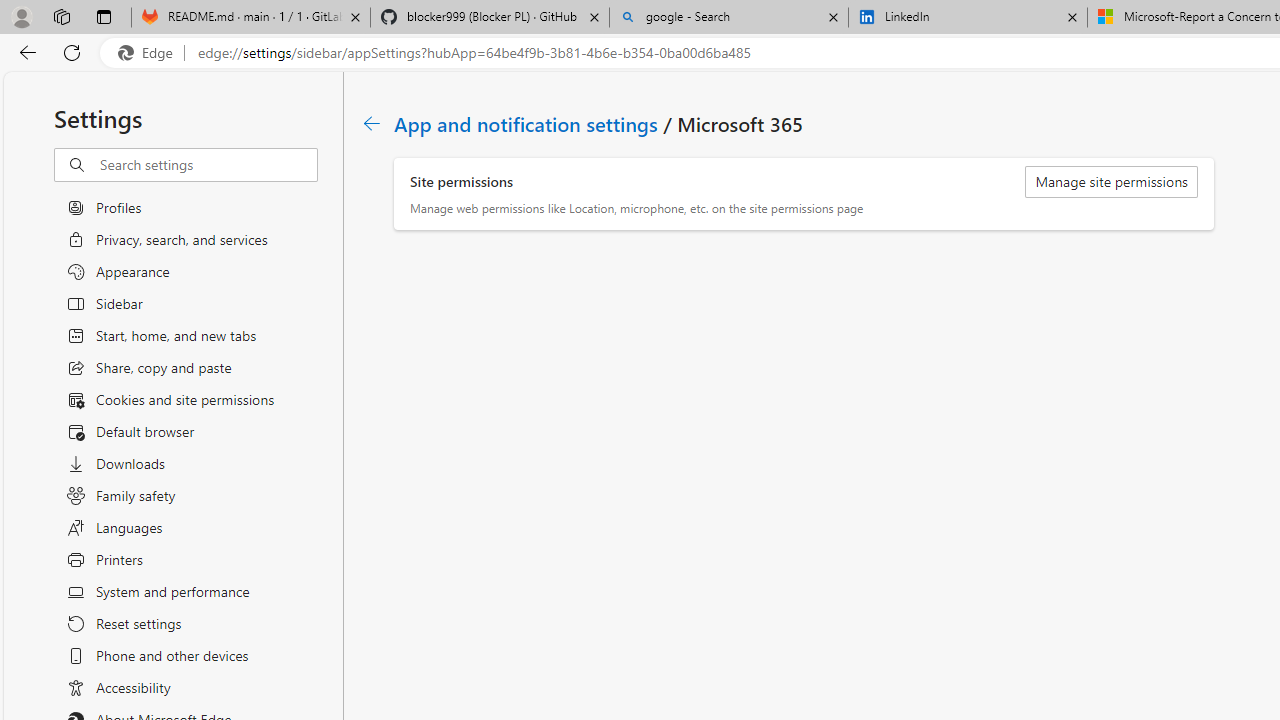 This screenshot has width=1280, height=720. Describe the element at coordinates (967, 17) in the screenshot. I see `'LinkedIn'` at that location.